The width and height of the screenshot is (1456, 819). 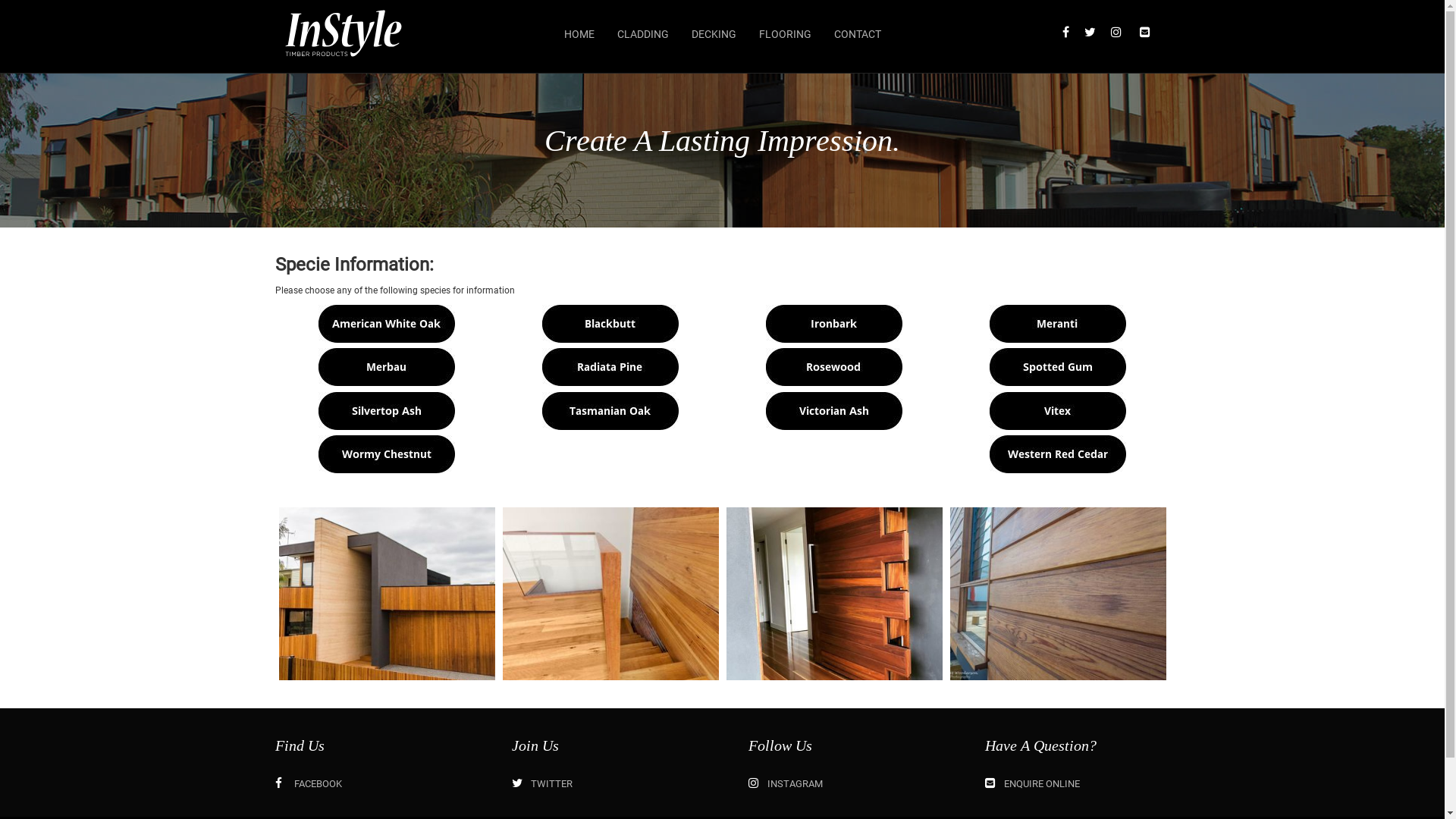 I want to click on 'CONTACT', so click(x=856, y=34).